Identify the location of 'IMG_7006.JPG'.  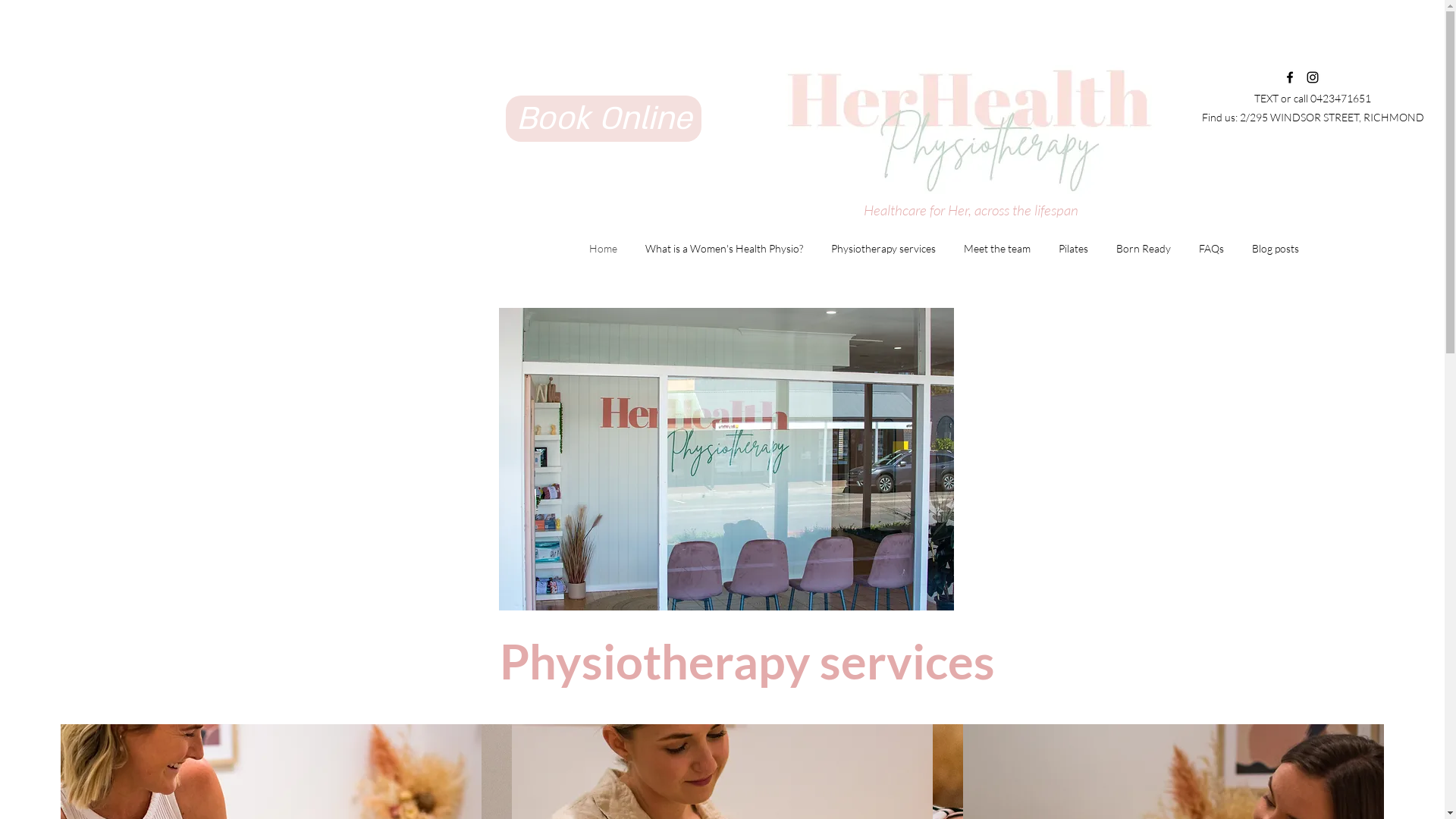
(726, 458).